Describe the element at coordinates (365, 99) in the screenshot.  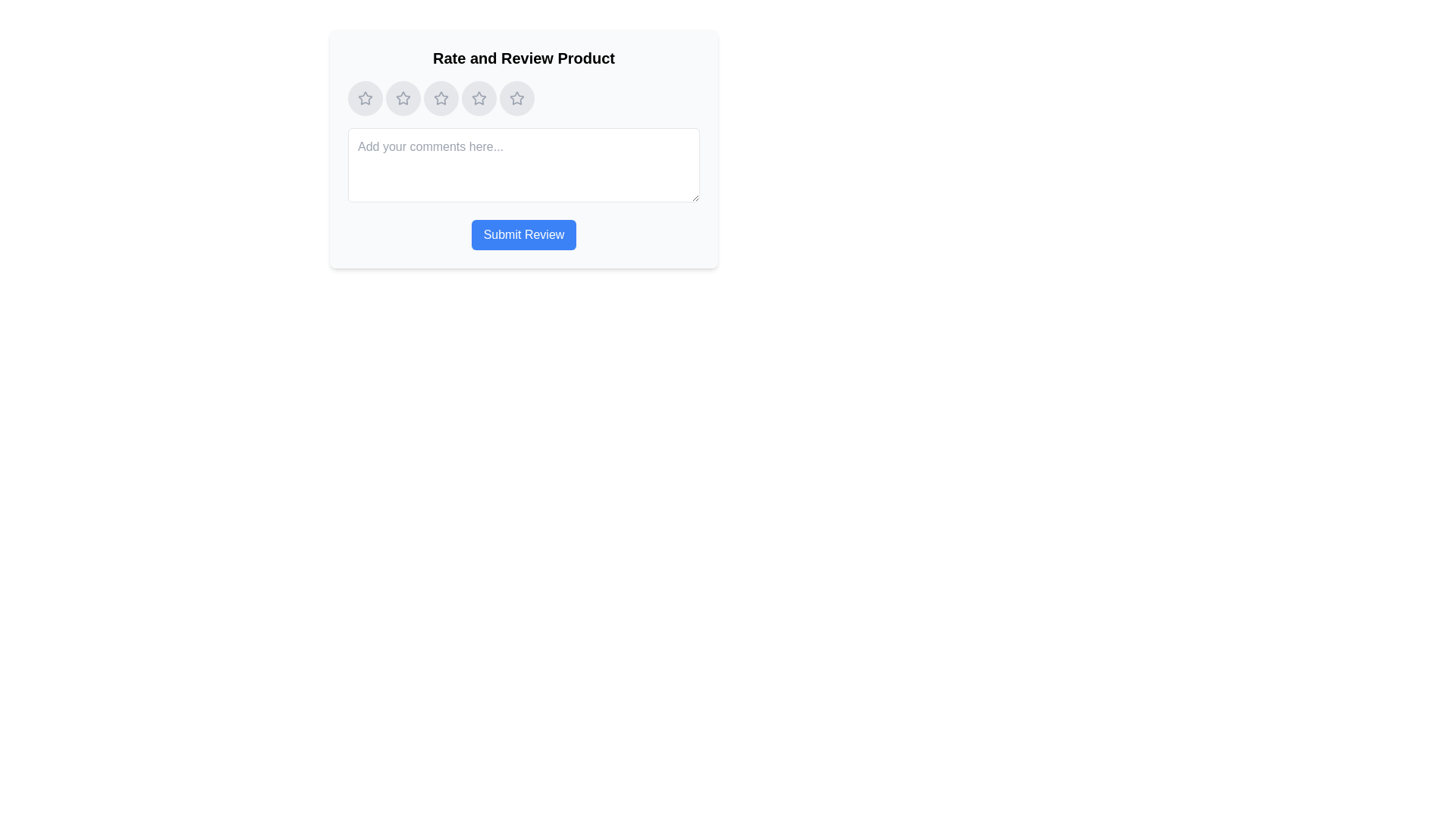
I see `the first grey star-shaped icon` at that location.